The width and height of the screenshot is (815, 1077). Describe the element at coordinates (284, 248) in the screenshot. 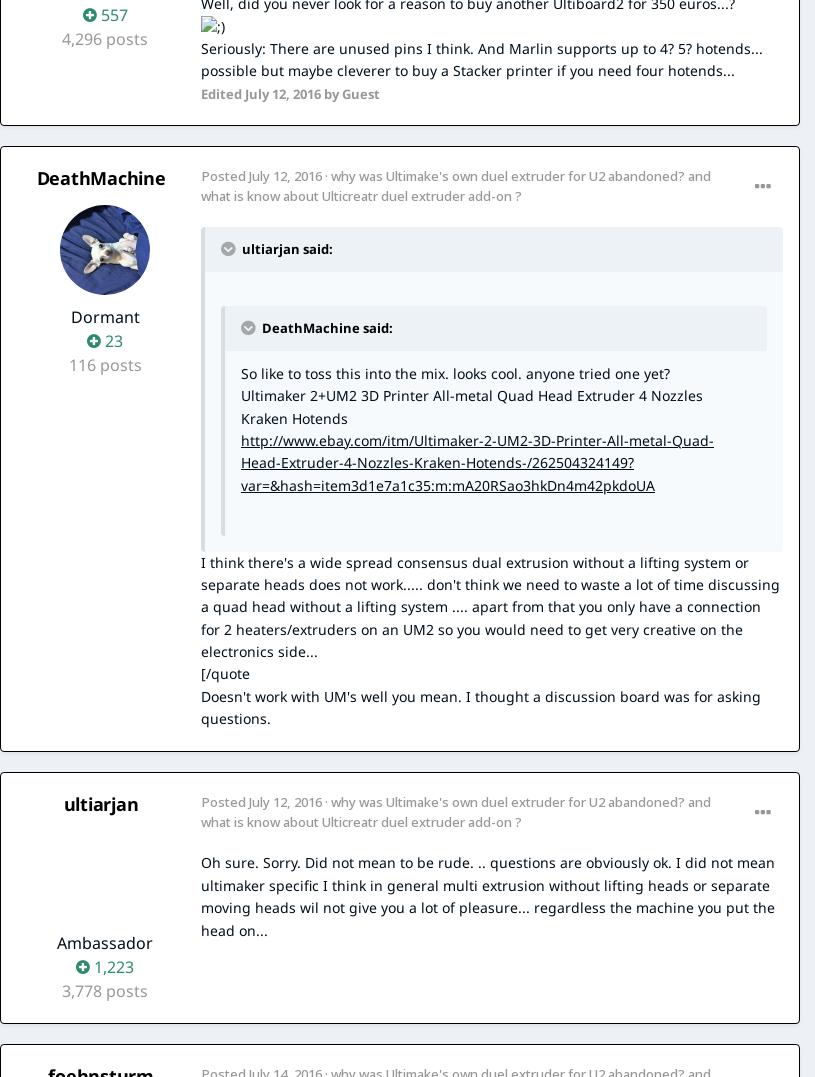

I see `'ultiarjan said:'` at that location.